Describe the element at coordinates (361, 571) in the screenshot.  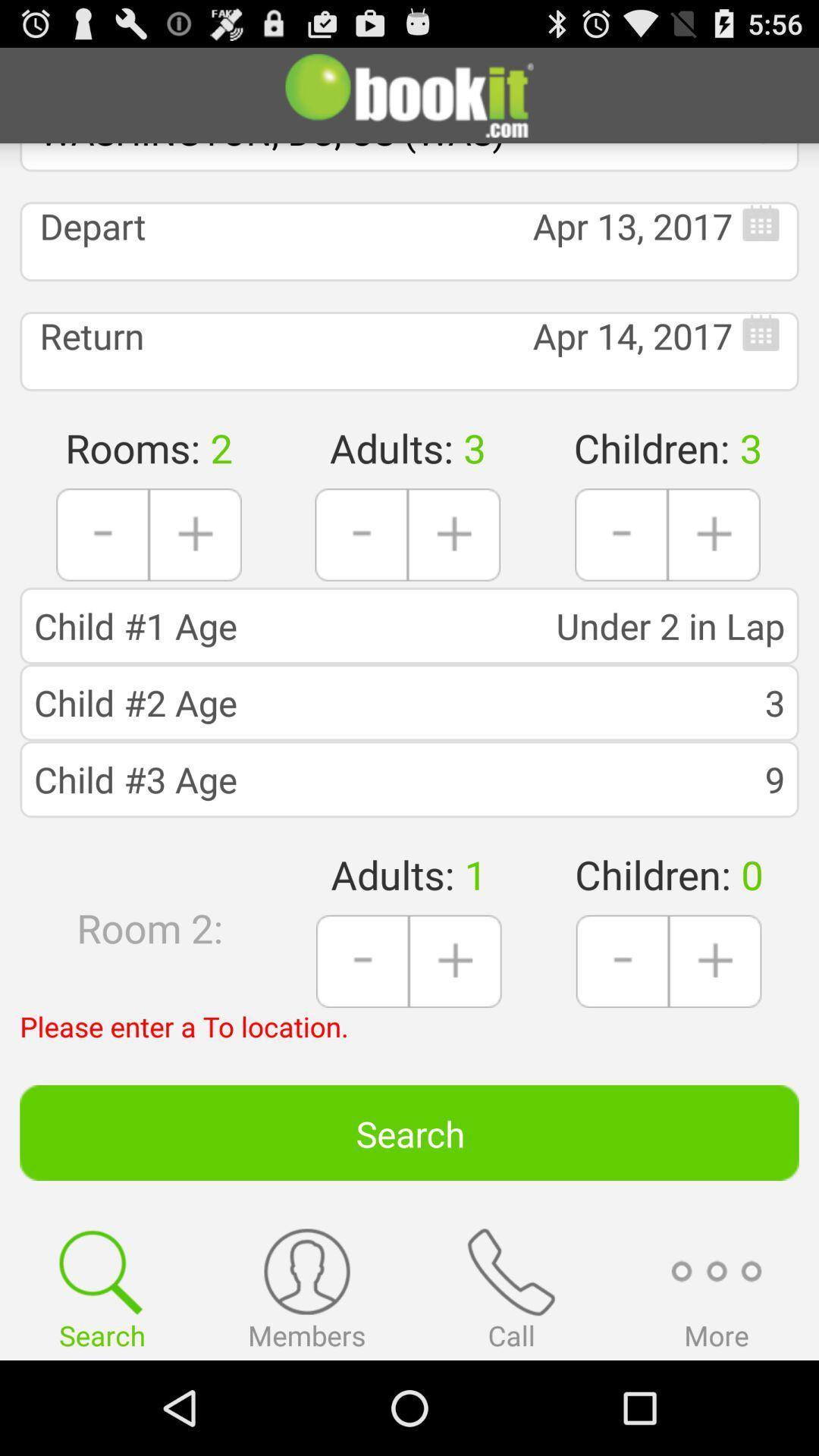
I see `the minus icon` at that location.